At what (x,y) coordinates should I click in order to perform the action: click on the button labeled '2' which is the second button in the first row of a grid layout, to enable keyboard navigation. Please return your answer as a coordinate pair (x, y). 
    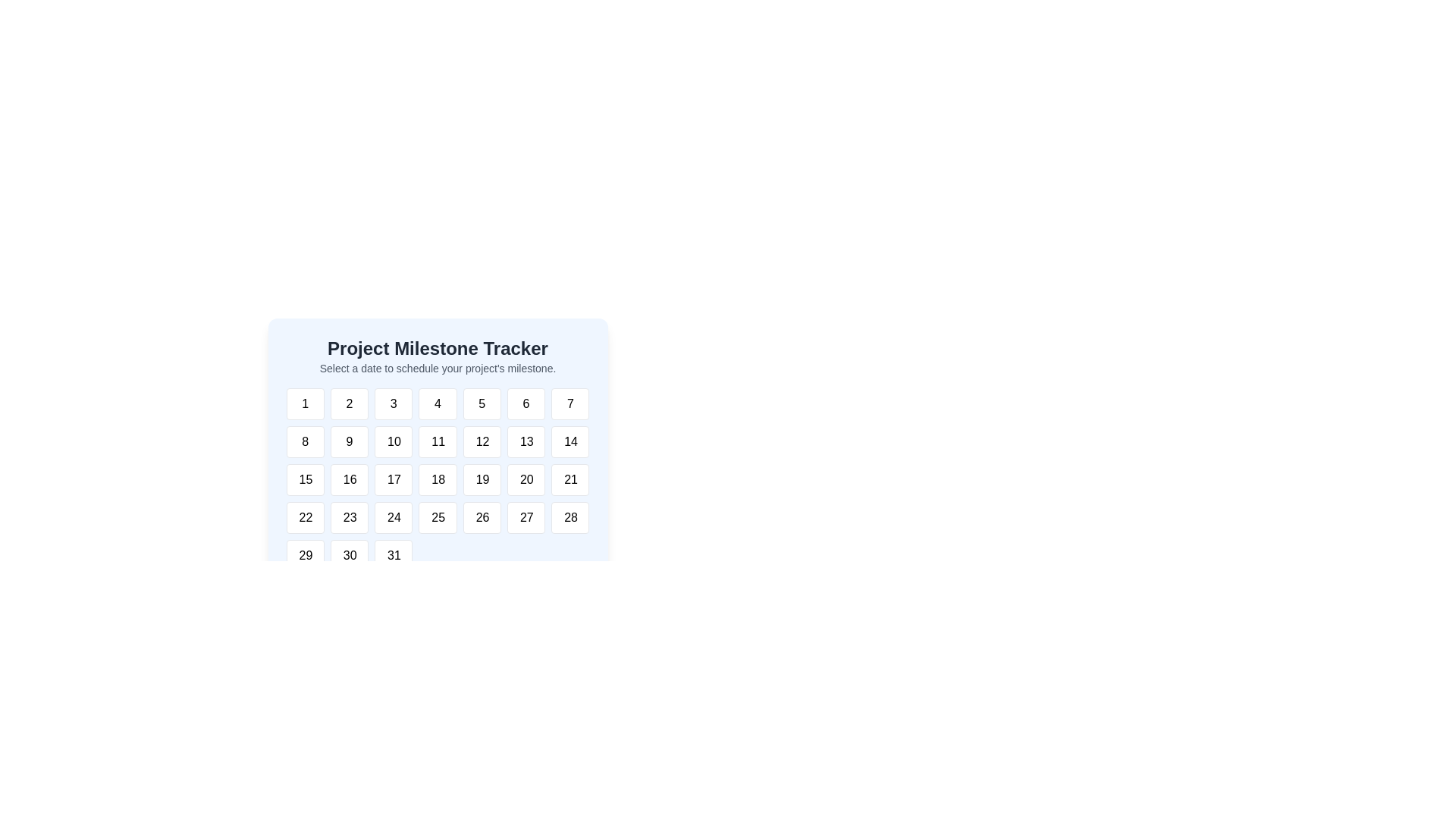
    Looking at the image, I should click on (348, 403).